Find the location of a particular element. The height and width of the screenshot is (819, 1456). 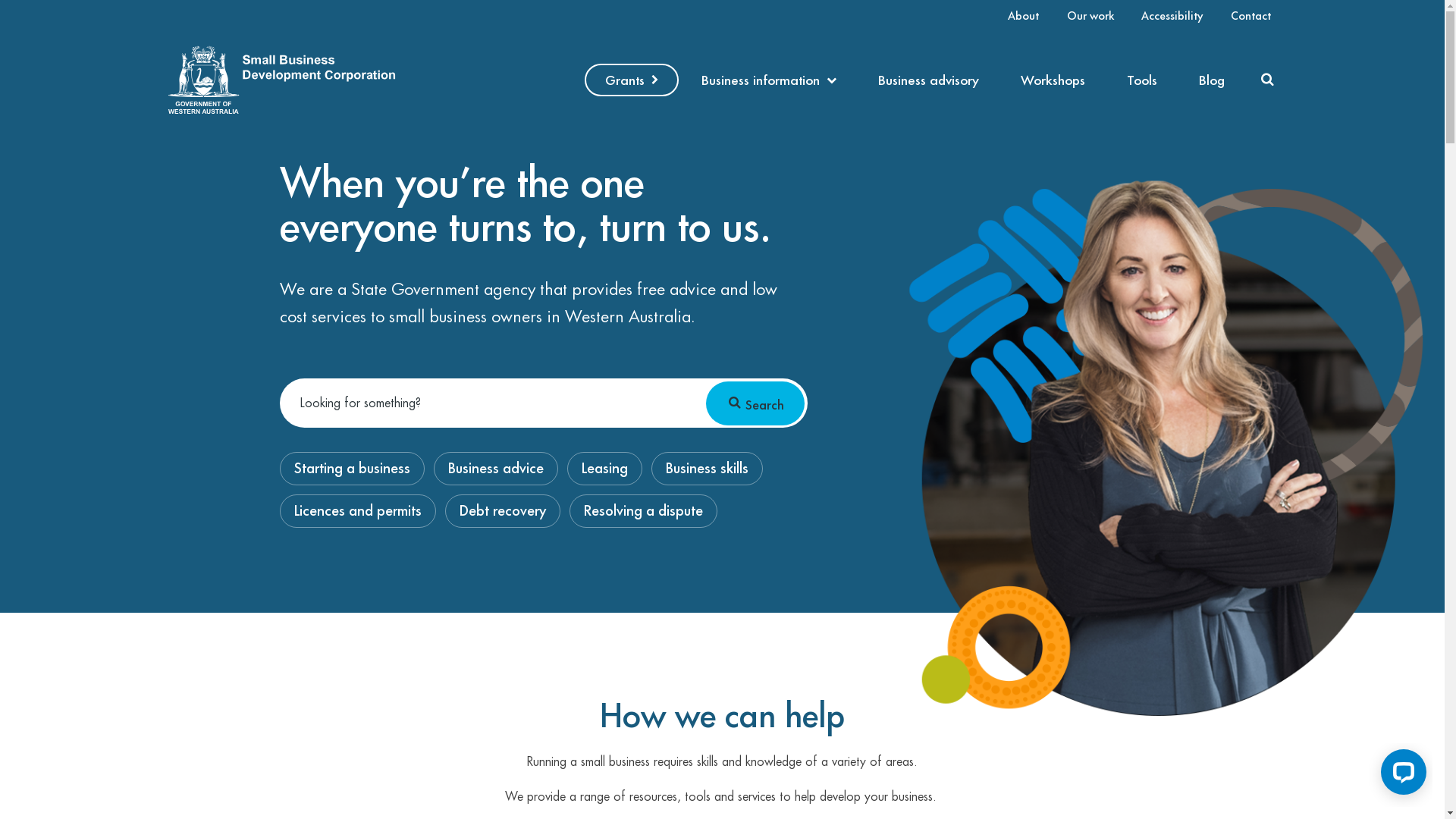

'LiveChat chat widget' is located at coordinates (1368, 775).